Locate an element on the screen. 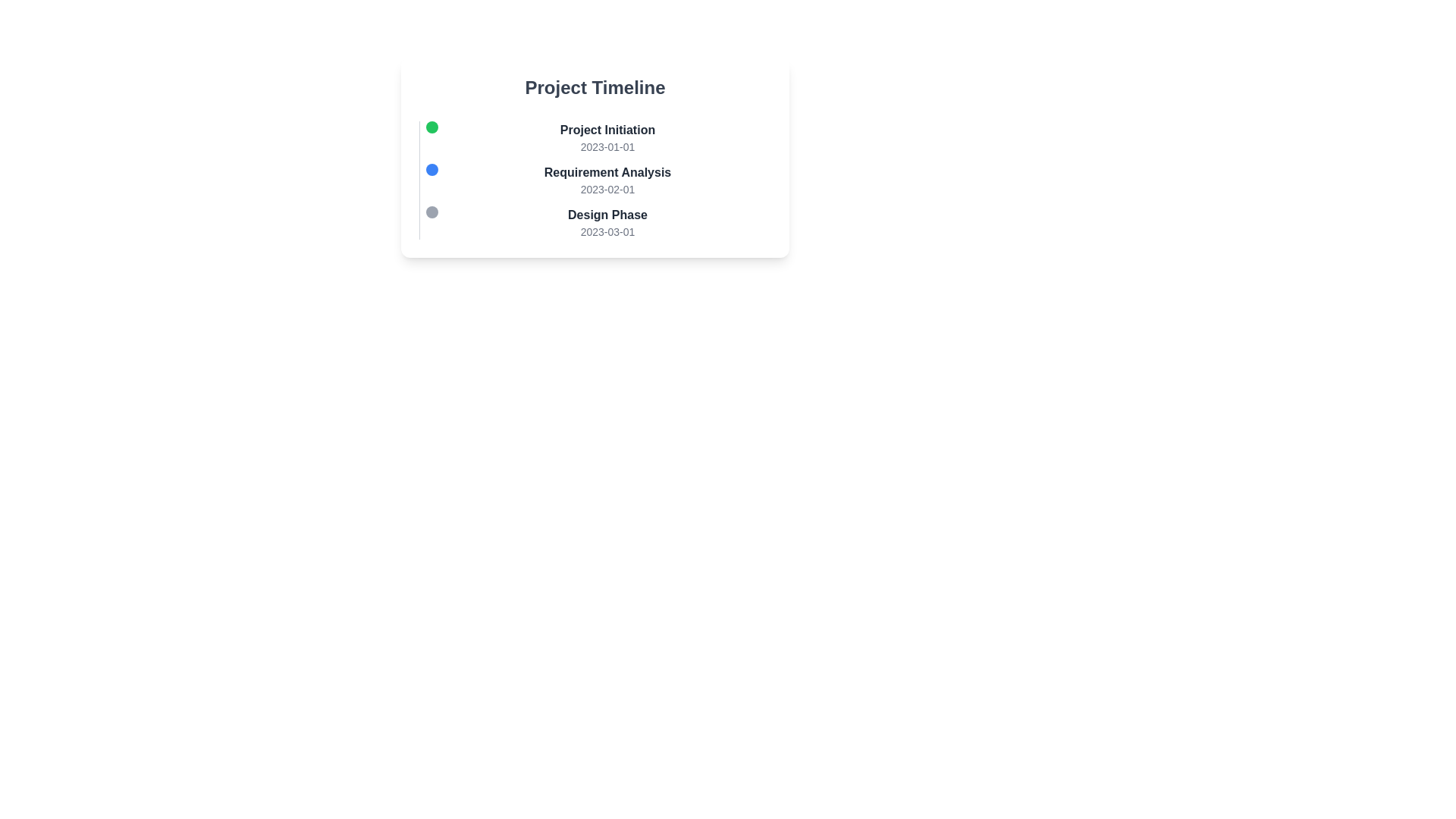 The image size is (1456, 819). the non-interactive text label that provides a title or label for the associated timeline phase, located in the first row of the timeline section, directly to the right of a green circular marker and above the date '2023-01-01' is located at coordinates (607, 130).